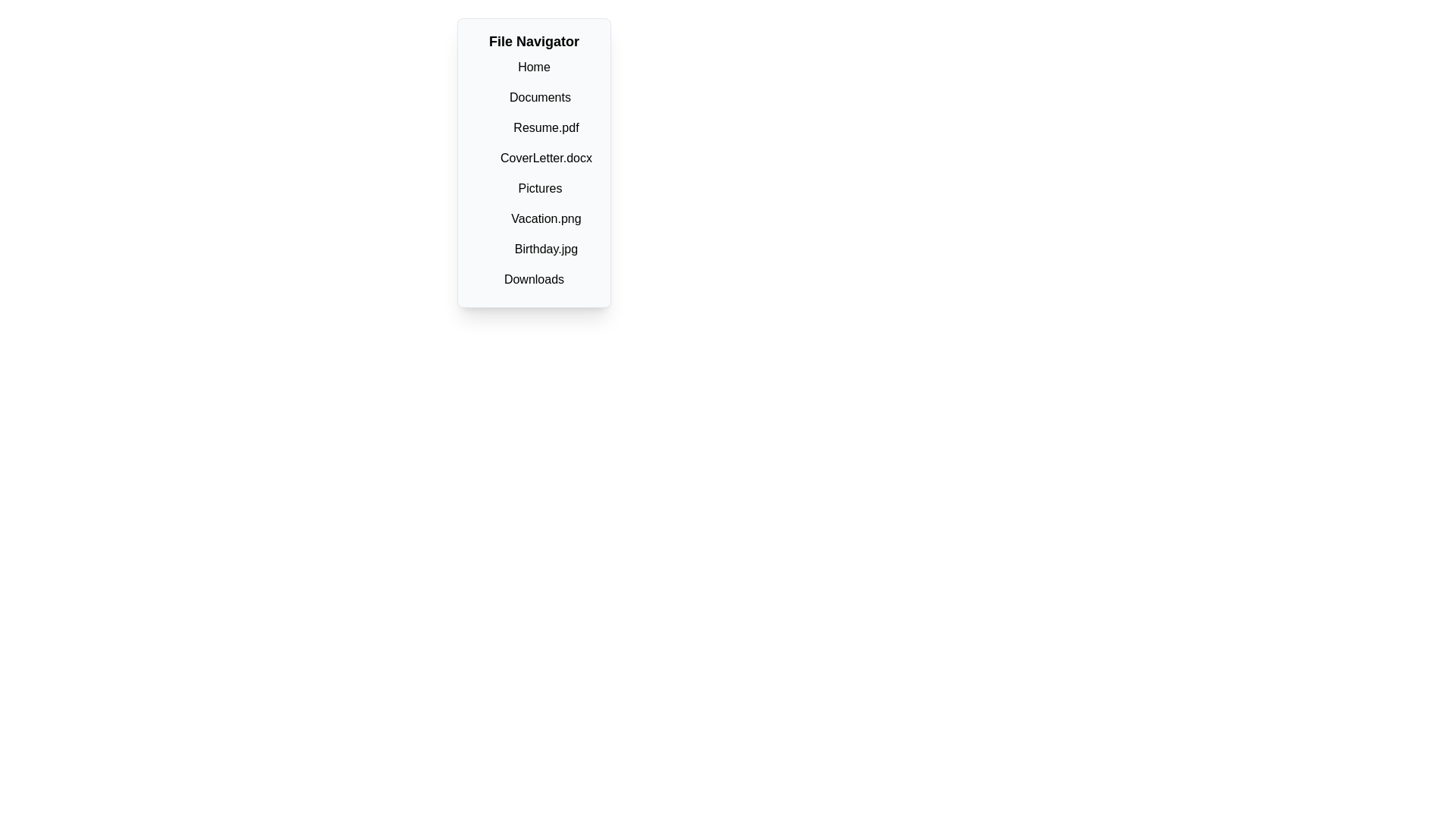 The width and height of the screenshot is (1456, 819). What do you see at coordinates (546, 248) in the screenshot?
I see `the text label representing the file 'Birthday.jpg'` at bounding box center [546, 248].